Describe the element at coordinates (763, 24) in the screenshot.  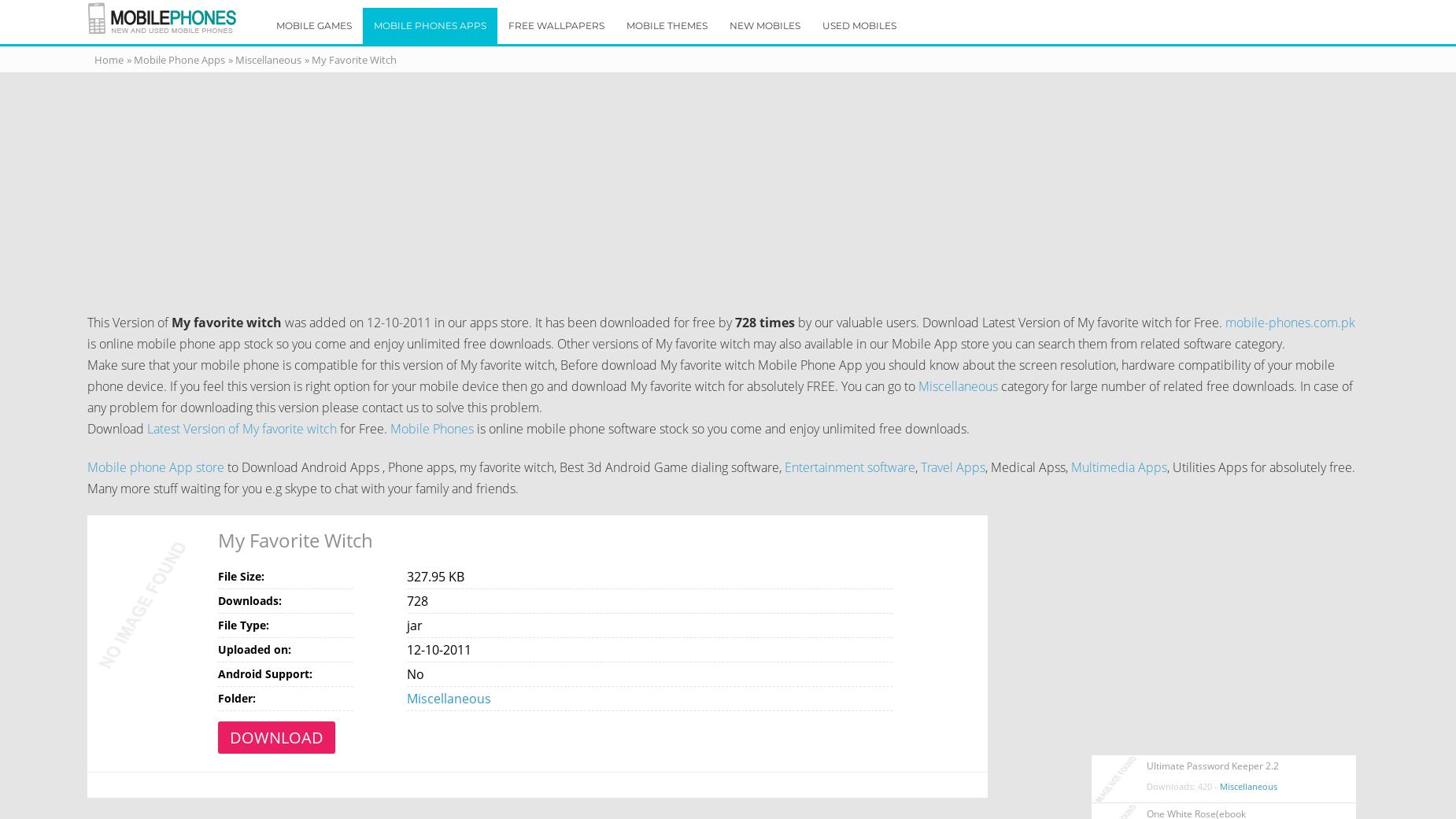
I see `'new mobiles'` at that location.